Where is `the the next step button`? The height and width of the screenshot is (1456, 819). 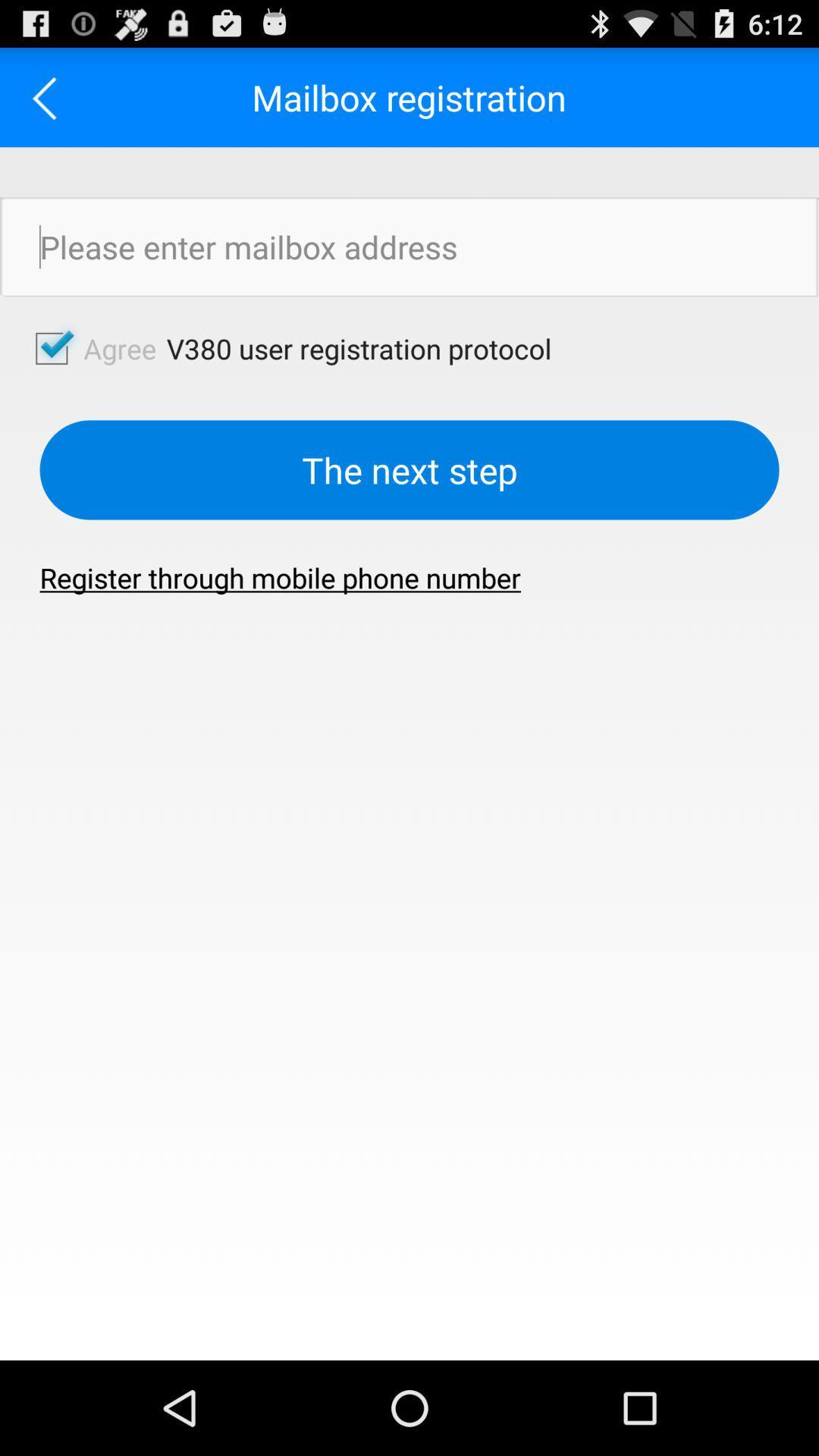
the the next step button is located at coordinates (409, 469).